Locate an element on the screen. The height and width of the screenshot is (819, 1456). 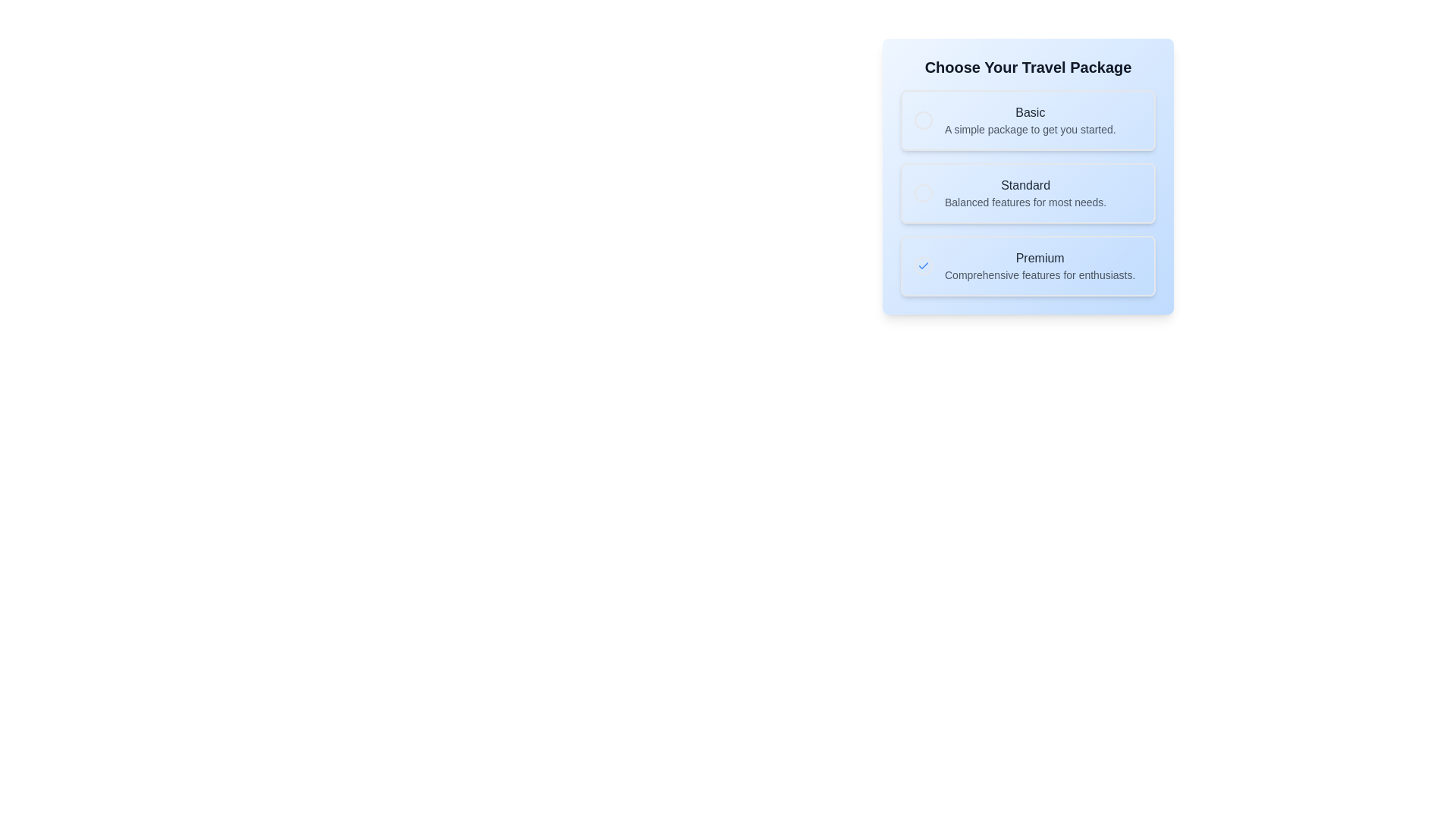
the text label displaying 'Comprehensive features for enthusiasts.' located beneath the 'Premium' option in the travel package list is located at coordinates (1039, 275).